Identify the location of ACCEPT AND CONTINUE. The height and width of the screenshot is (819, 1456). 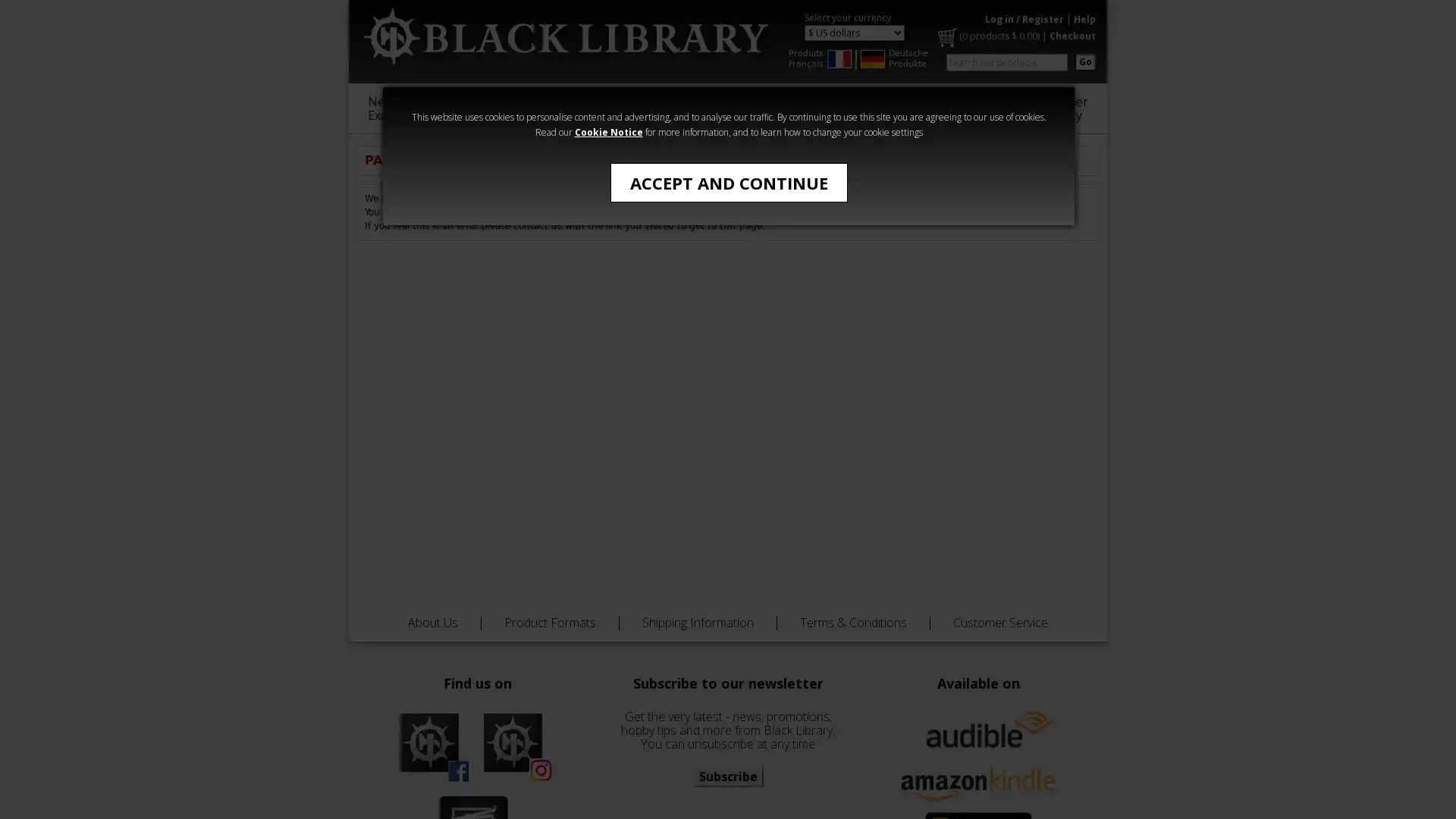
(728, 181).